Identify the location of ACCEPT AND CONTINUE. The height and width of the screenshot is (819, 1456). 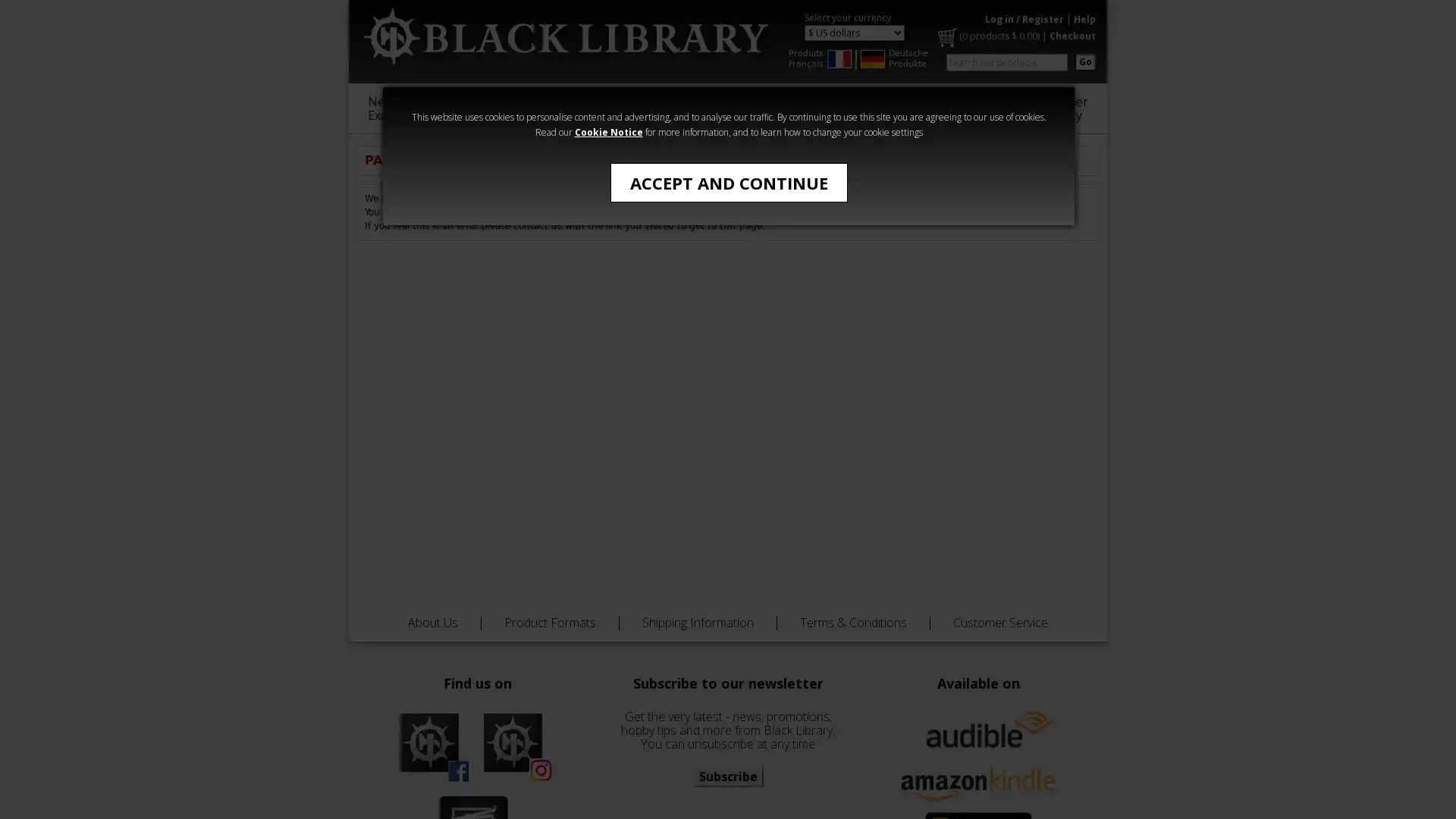
(728, 181).